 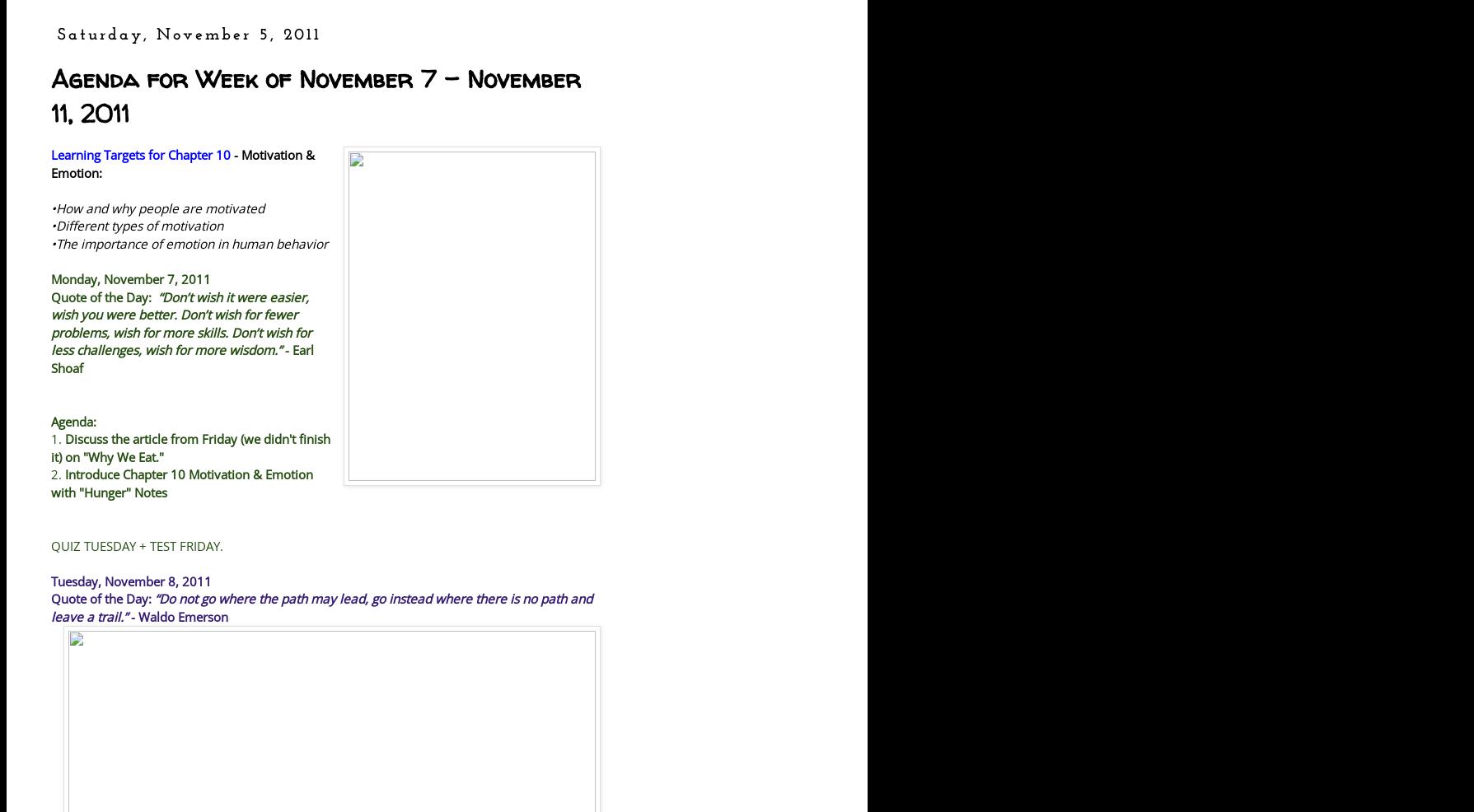 What do you see at coordinates (190, 446) in the screenshot?
I see `'Discuss the article from Friday (we didn't finish it) on "Why We Eat."'` at bounding box center [190, 446].